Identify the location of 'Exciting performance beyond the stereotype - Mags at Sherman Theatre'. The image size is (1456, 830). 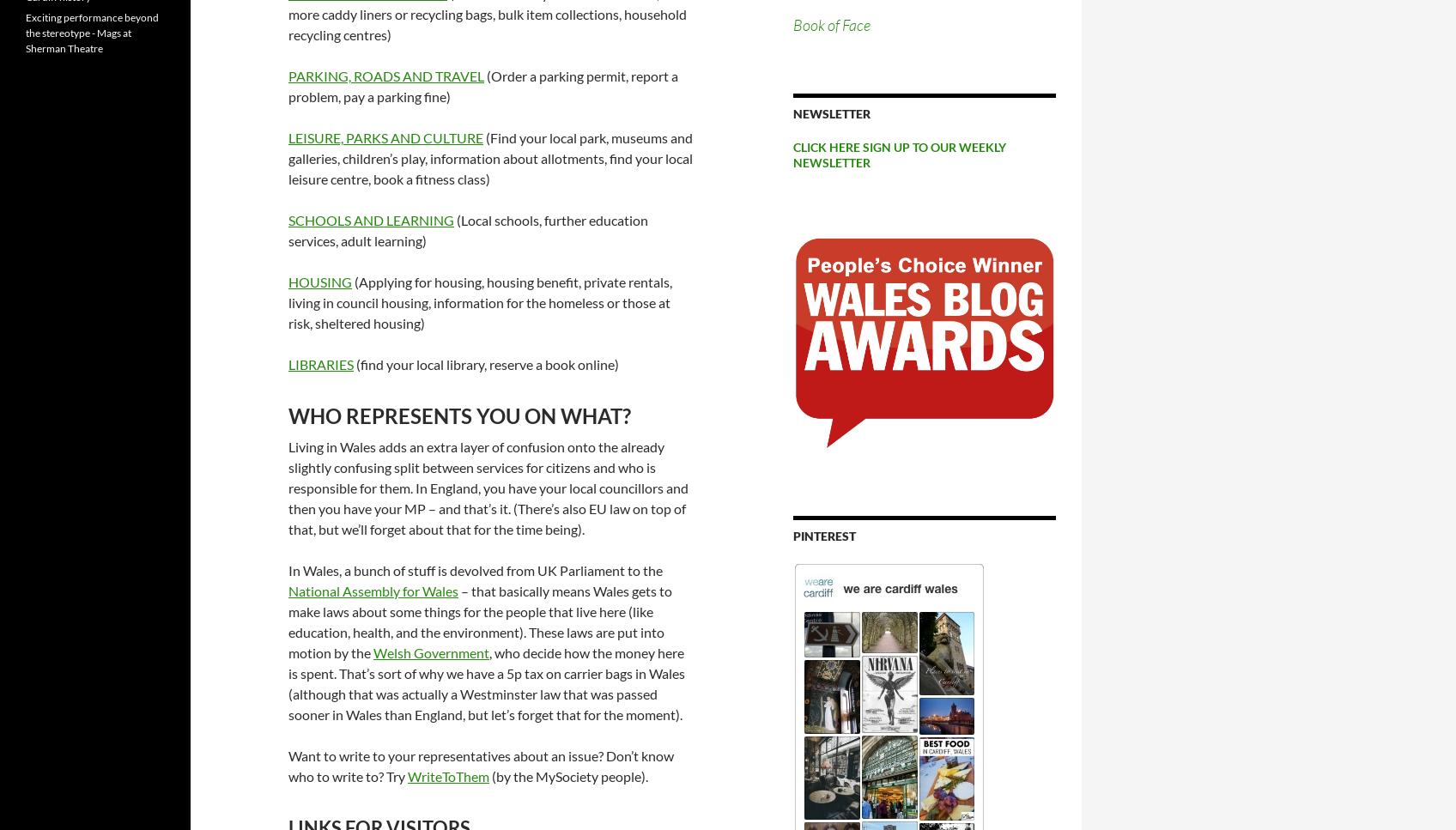
(91, 32).